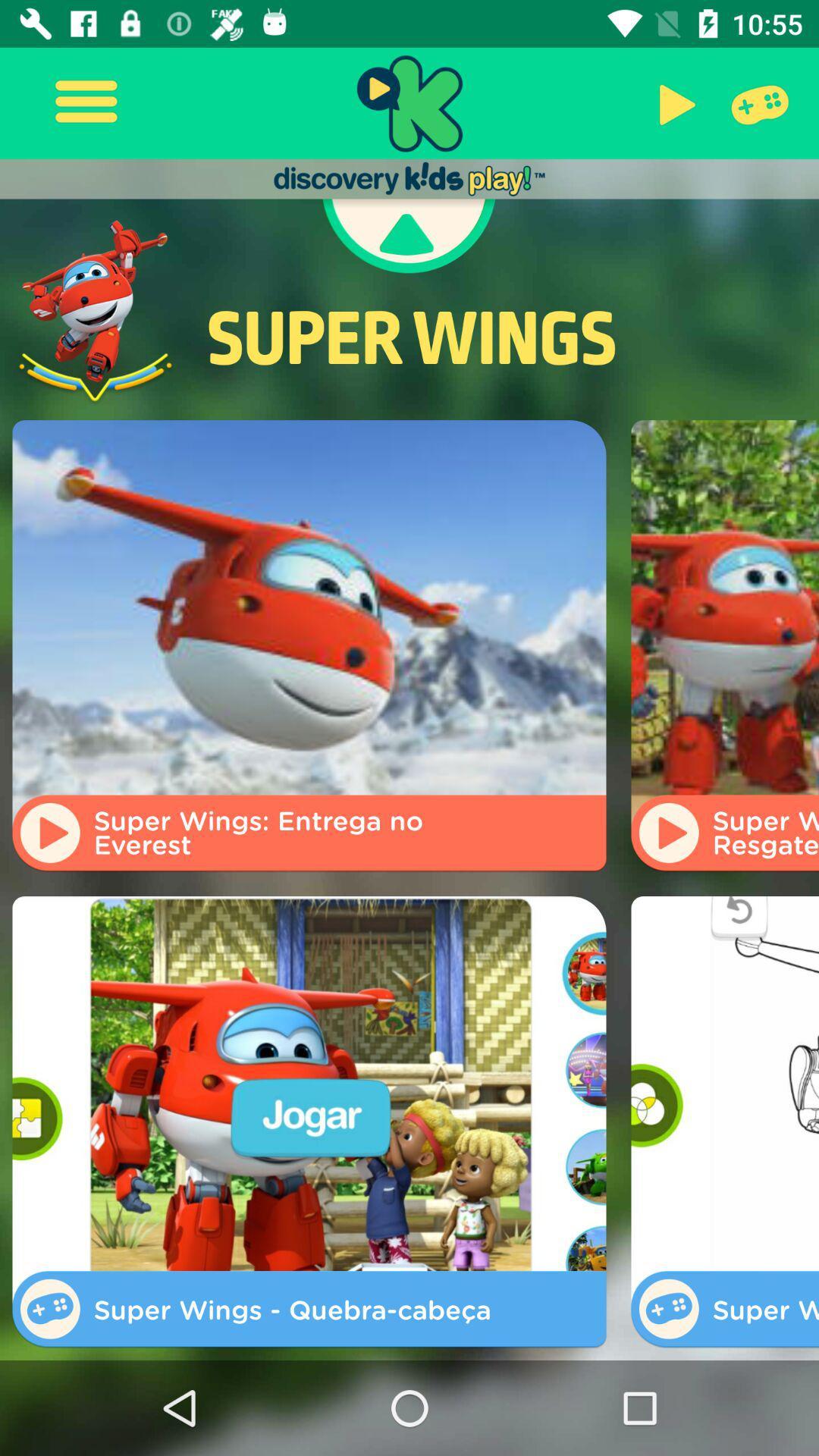  I want to click on the icon above super wings, so click(408, 236).